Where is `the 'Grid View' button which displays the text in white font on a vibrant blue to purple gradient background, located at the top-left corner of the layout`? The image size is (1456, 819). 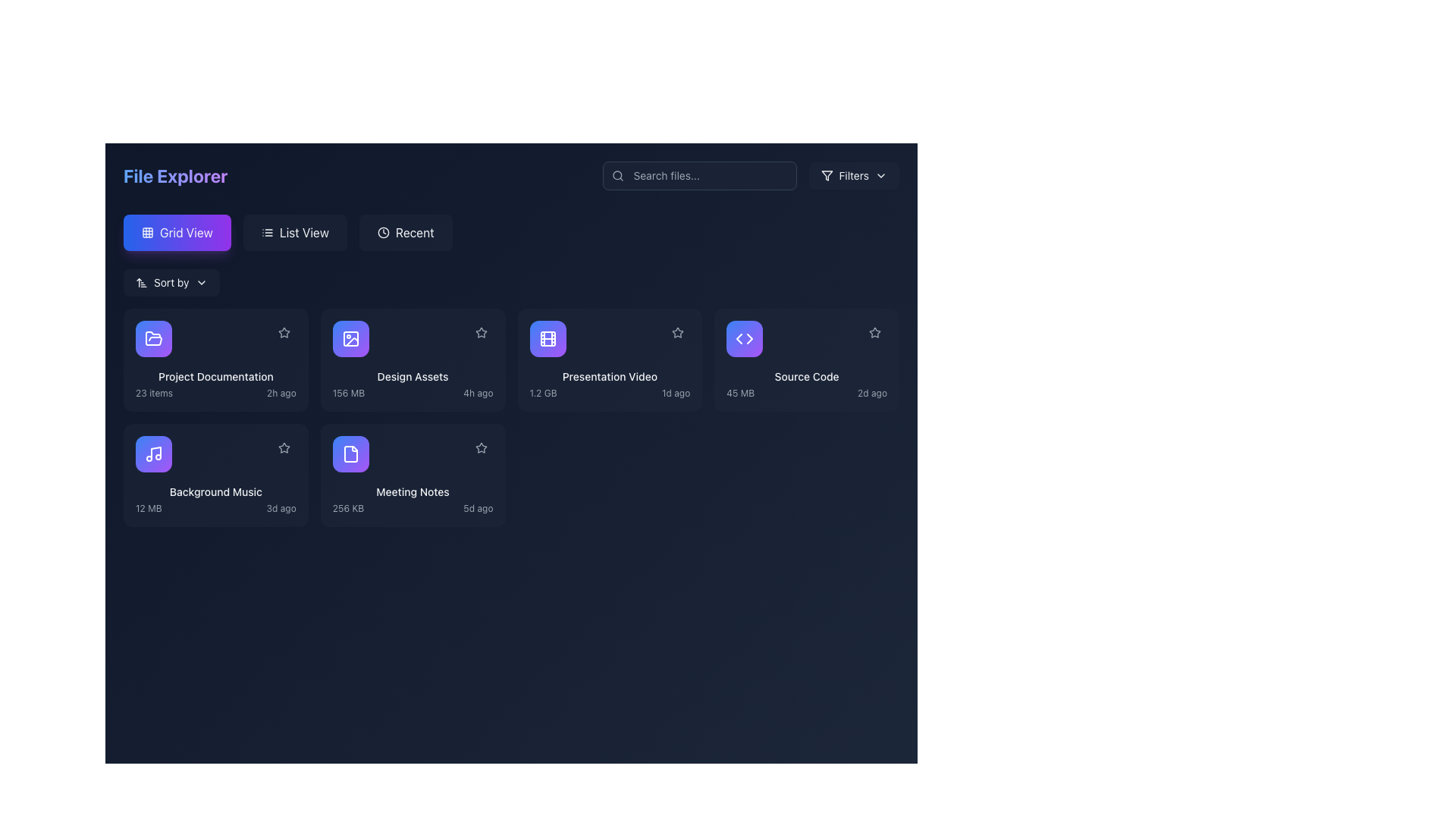
the 'Grid View' button which displays the text in white font on a vibrant blue to purple gradient background, located at the top-left corner of the layout is located at coordinates (185, 233).